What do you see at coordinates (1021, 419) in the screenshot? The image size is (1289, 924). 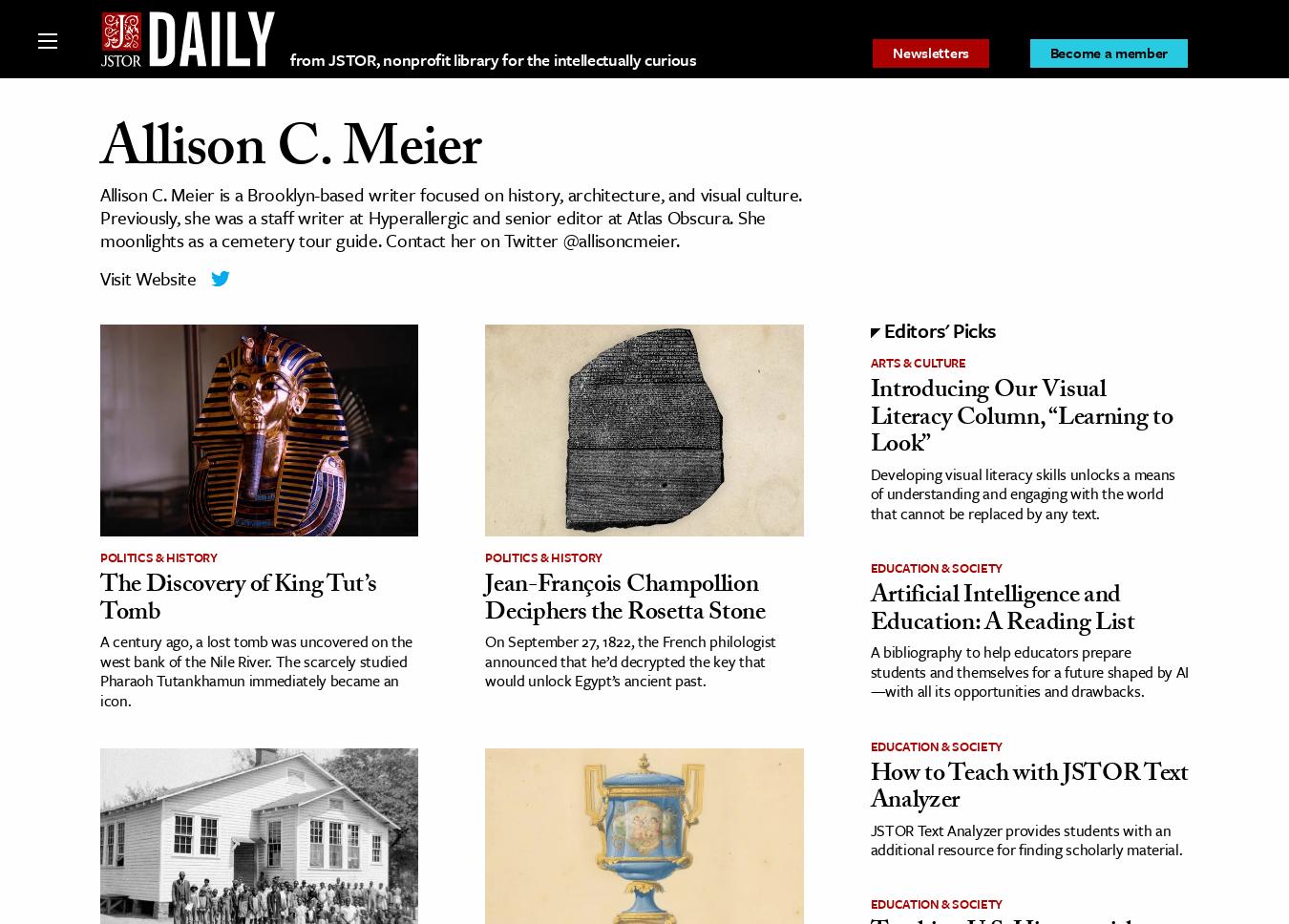 I see `'Introducing Our Visual Literacy Column, “Learning to Look”'` at bounding box center [1021, 419].